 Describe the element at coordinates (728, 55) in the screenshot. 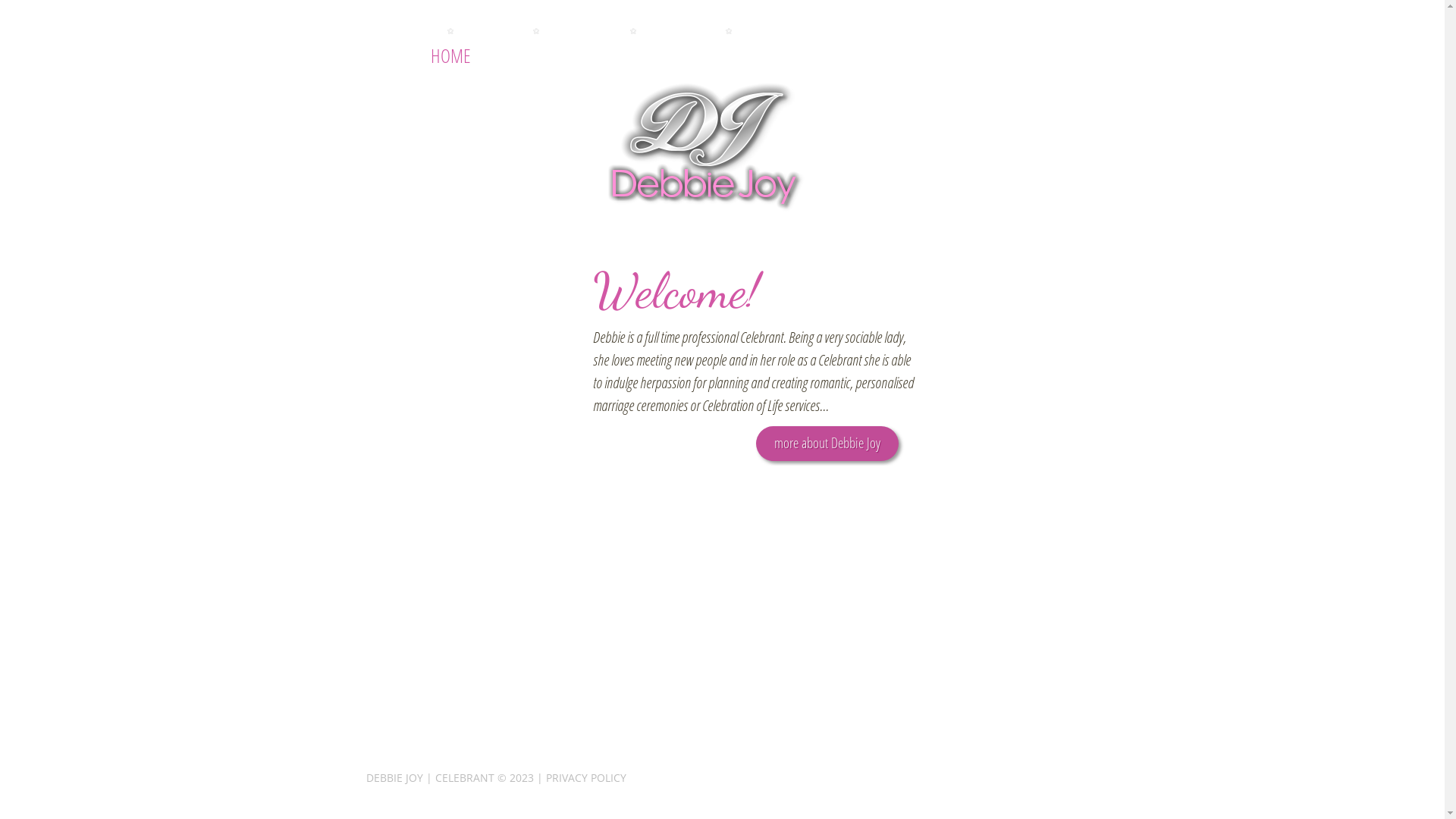

I see `'ENQUIRIES'` at that location.